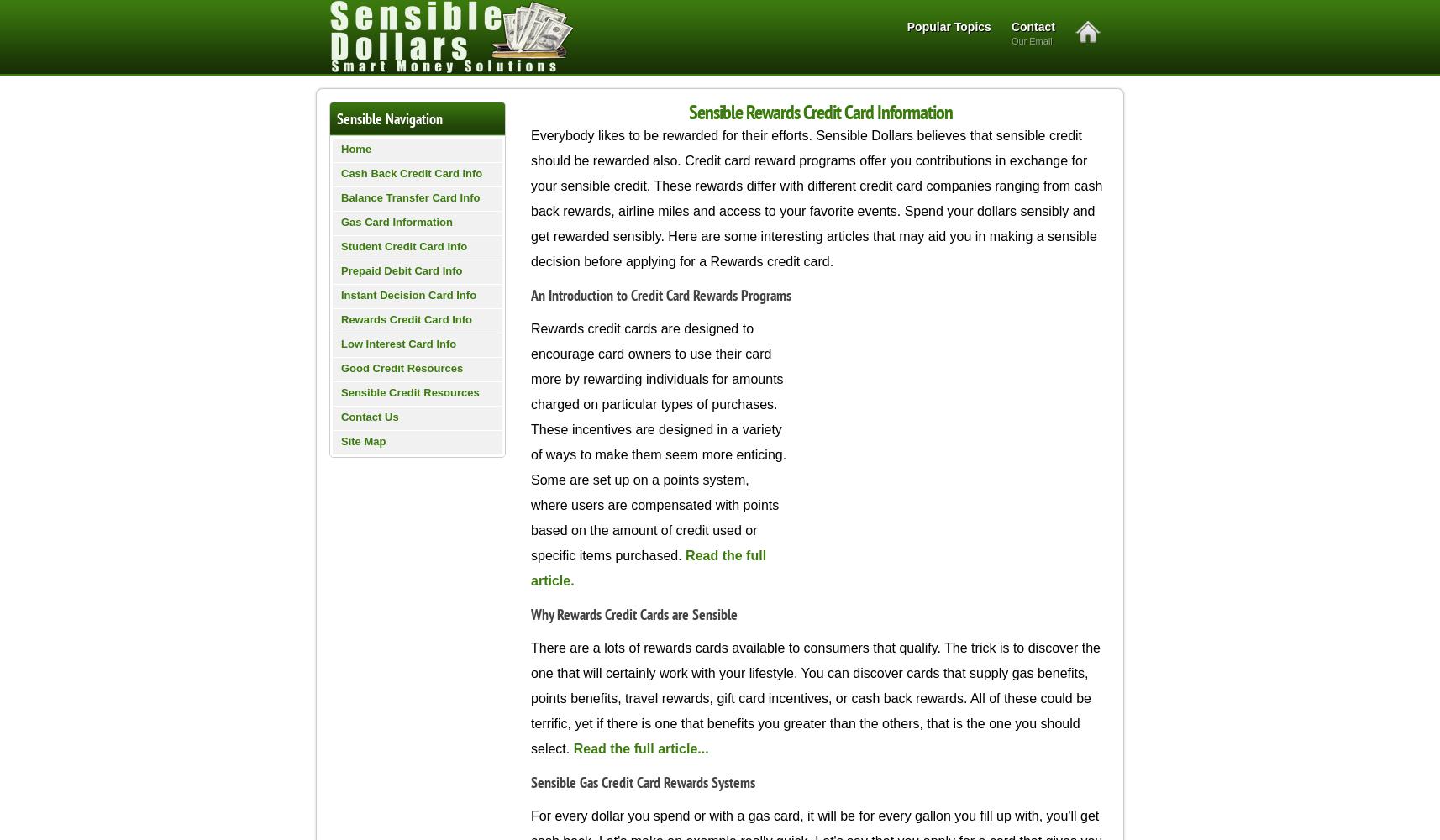 Image resolution: width=1440 pixels, height=840 pixels. What do you see at coordinates (409, 391) in the screenshot?
I see `'Sensible Credit  Resources'` at bounding box center [409, 391].